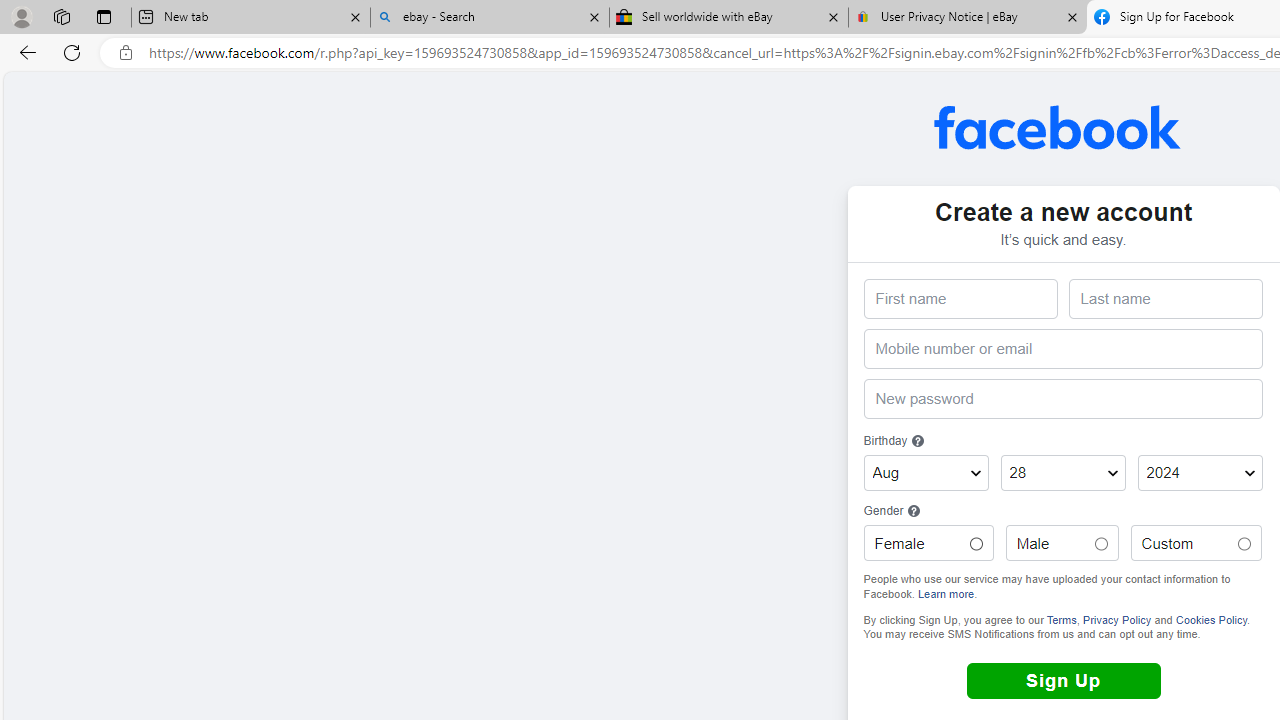 This screenshot has width=1280, height=720. I want to click on 'Facebook', so click(1056, 127).